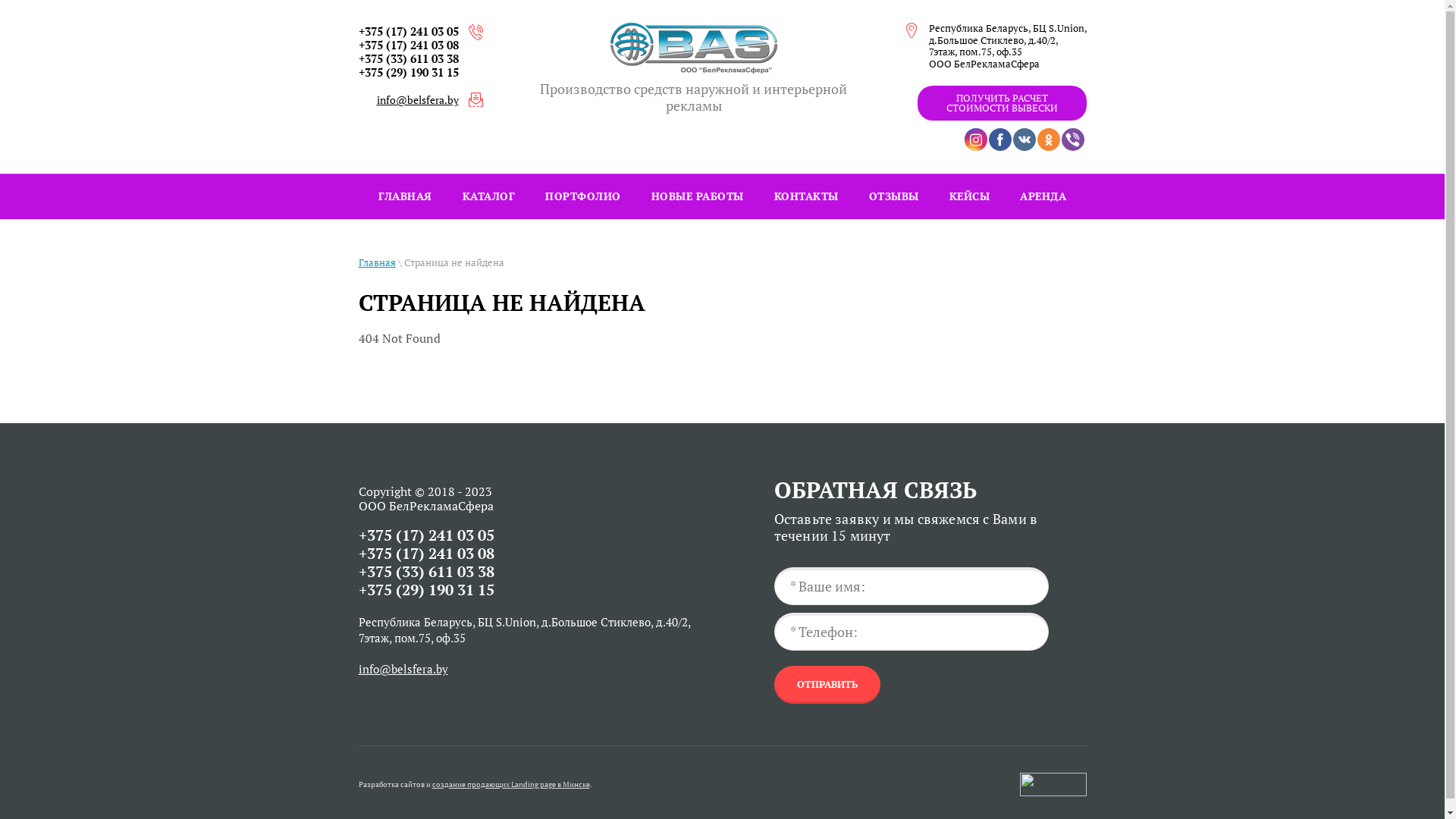  I want to click on '+375 (33) 611 03 38', so click(407, 58).